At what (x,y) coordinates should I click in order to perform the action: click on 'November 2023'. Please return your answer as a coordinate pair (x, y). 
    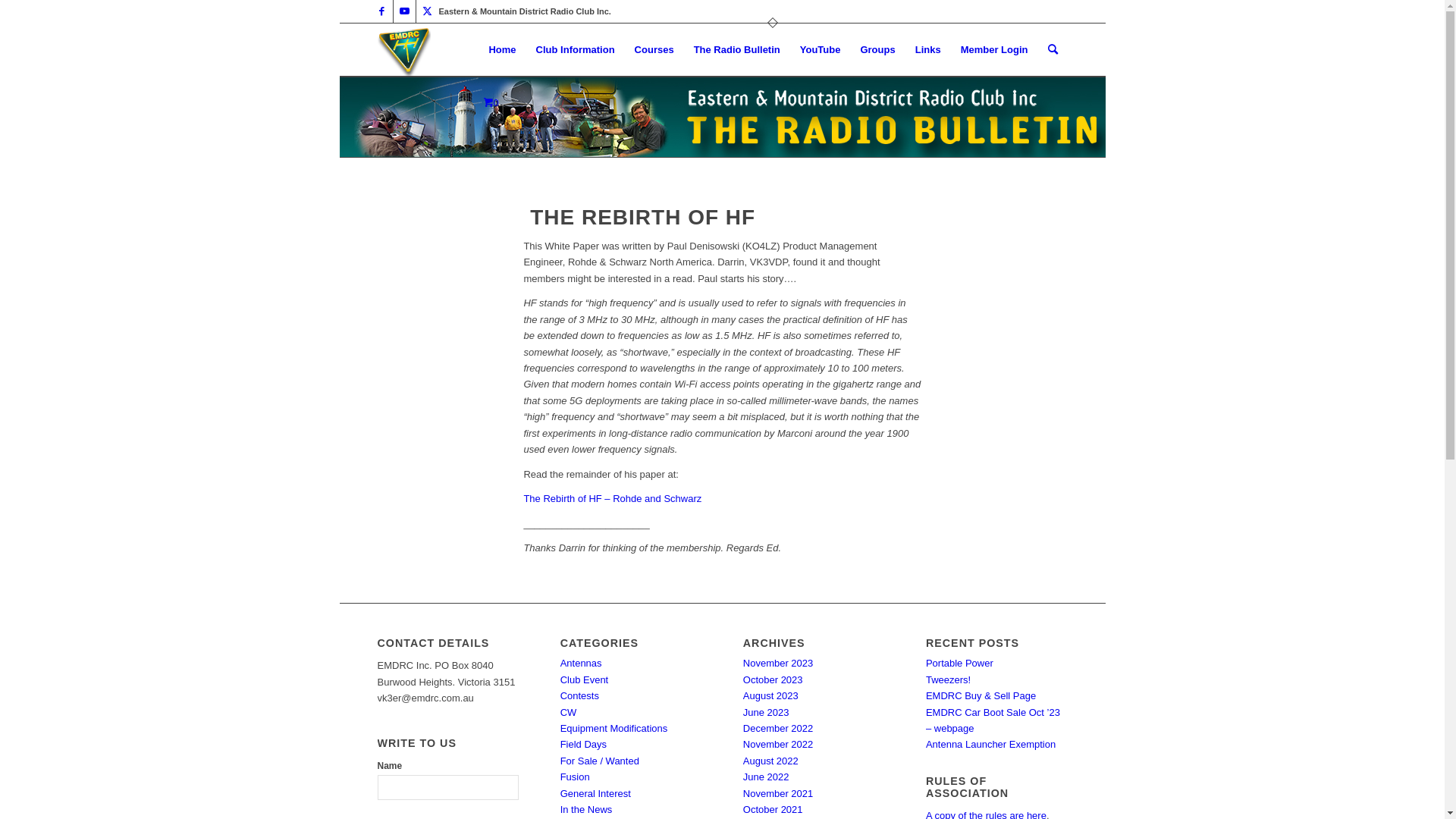
    Looking at the image, I should click on (778, 662).